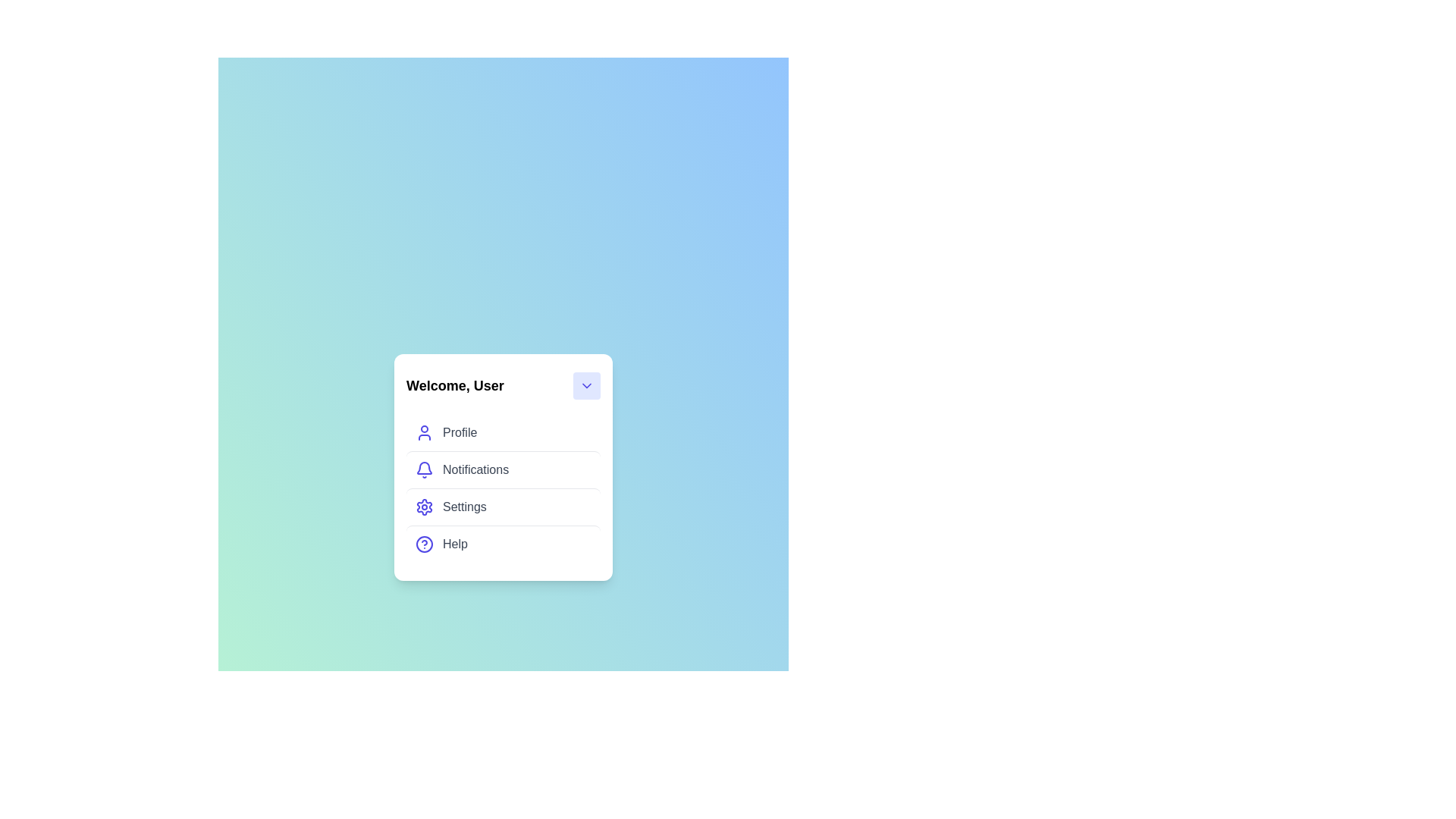 This screenshot has height=819, width=1456. Describe the element at coordinates (503, 432) in the screenshot. I see `the menu item Profile from the UserProfileMenu` at that location.